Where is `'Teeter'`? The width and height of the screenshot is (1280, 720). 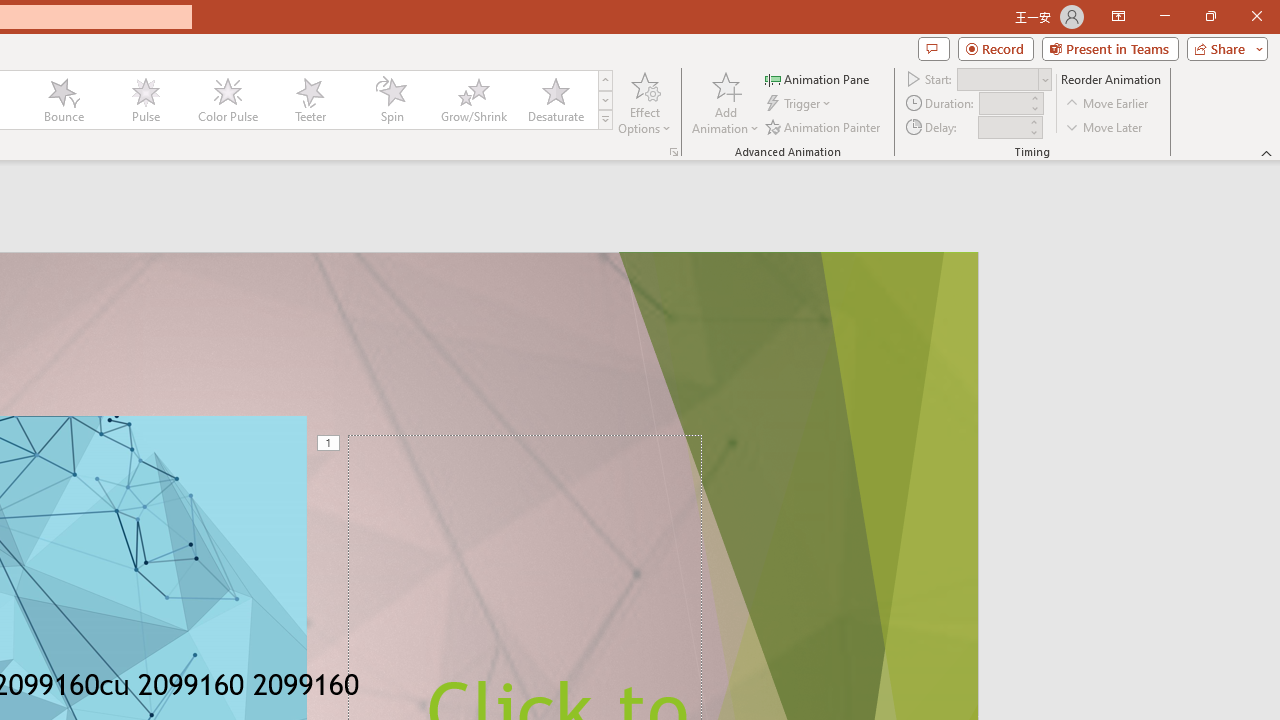 'Teeter' is located at coordinates (308, 100).